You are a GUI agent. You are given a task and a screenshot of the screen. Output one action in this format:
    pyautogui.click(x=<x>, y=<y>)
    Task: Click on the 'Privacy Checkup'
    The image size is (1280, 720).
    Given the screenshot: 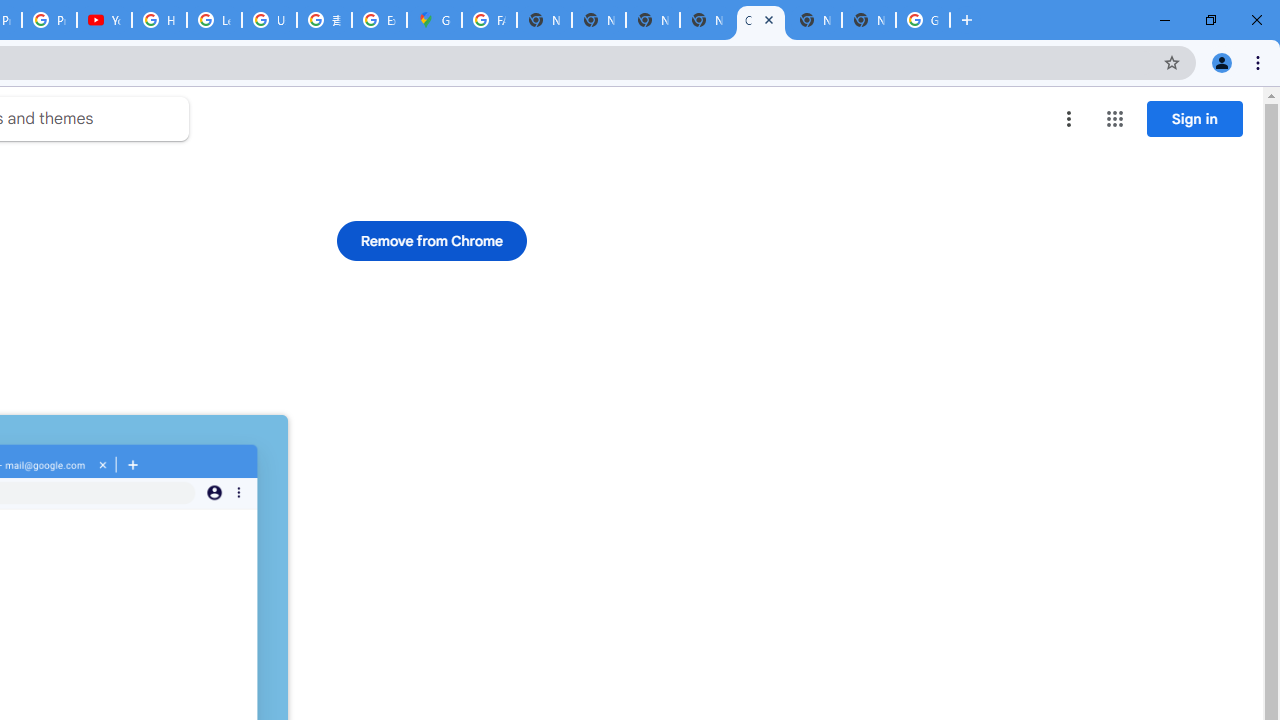 What is the action you would take?
    pyautogui.click(x=49, y=20)
    